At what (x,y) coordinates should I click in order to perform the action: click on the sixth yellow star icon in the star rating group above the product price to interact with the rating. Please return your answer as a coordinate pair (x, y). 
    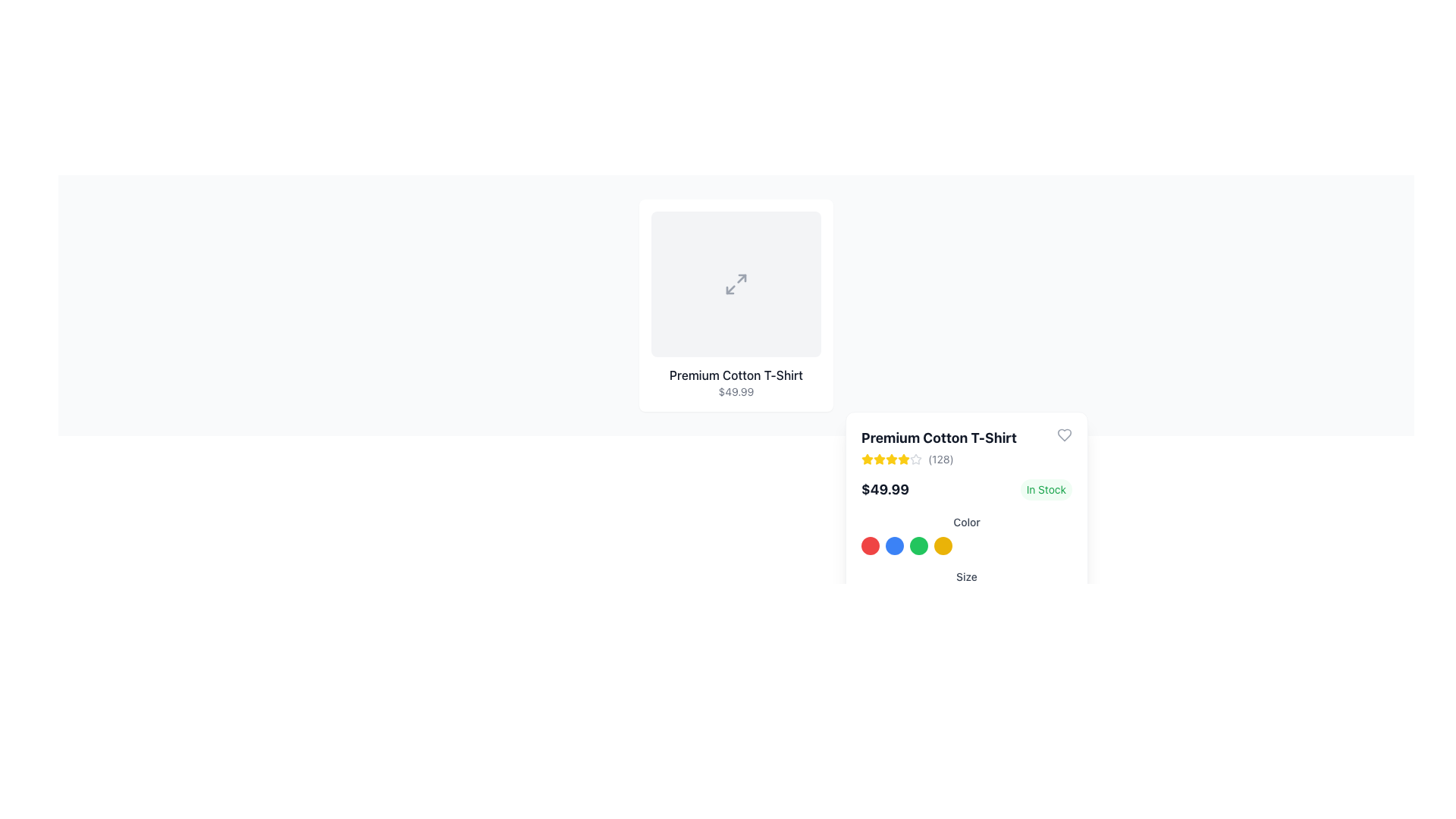
    Looking at the image, I should click on (903, 458).